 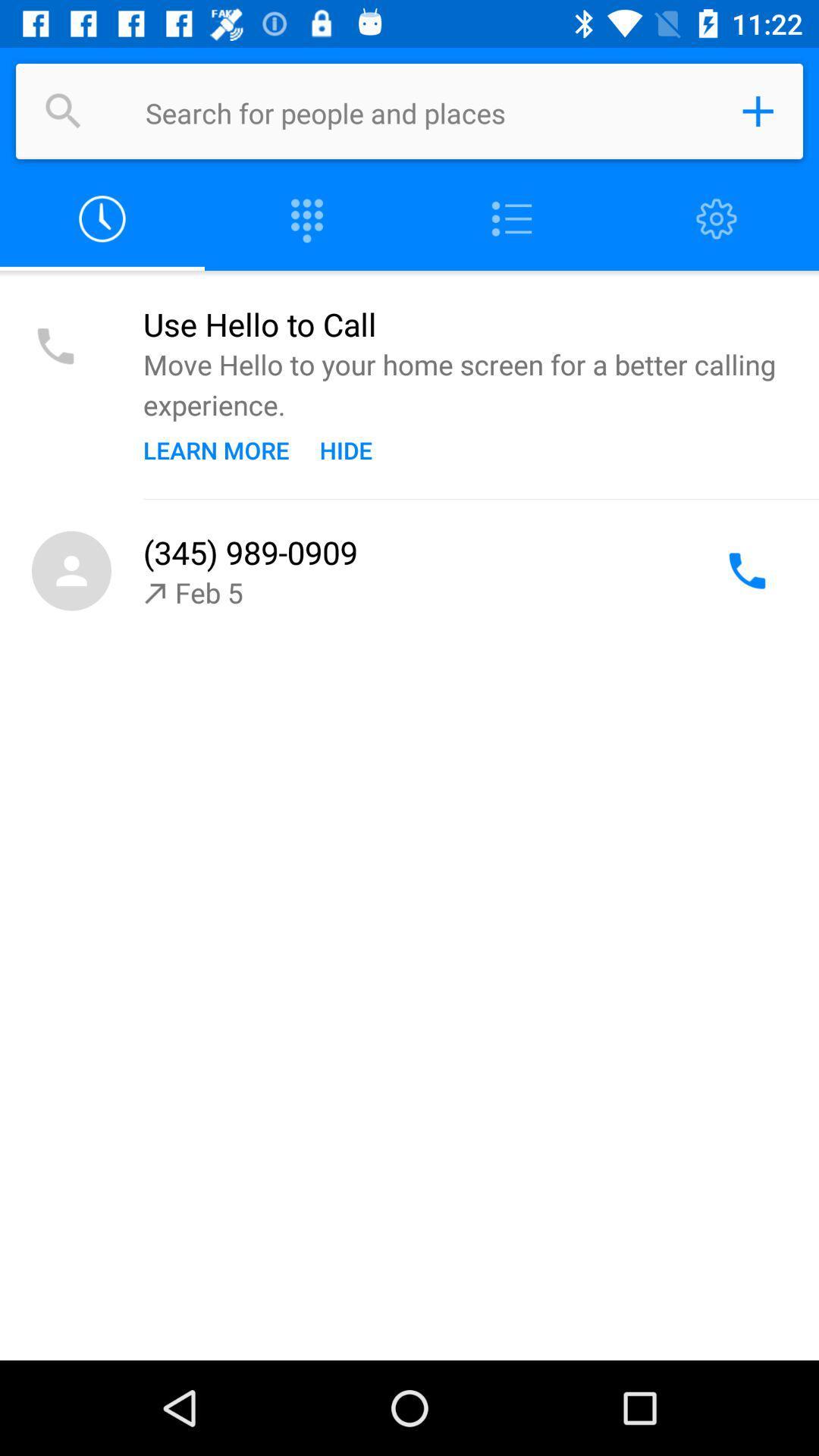 What do you see at coordinates (102, 218) in the screenshot?
I see `recent calls` at bounding box center [102, 218].